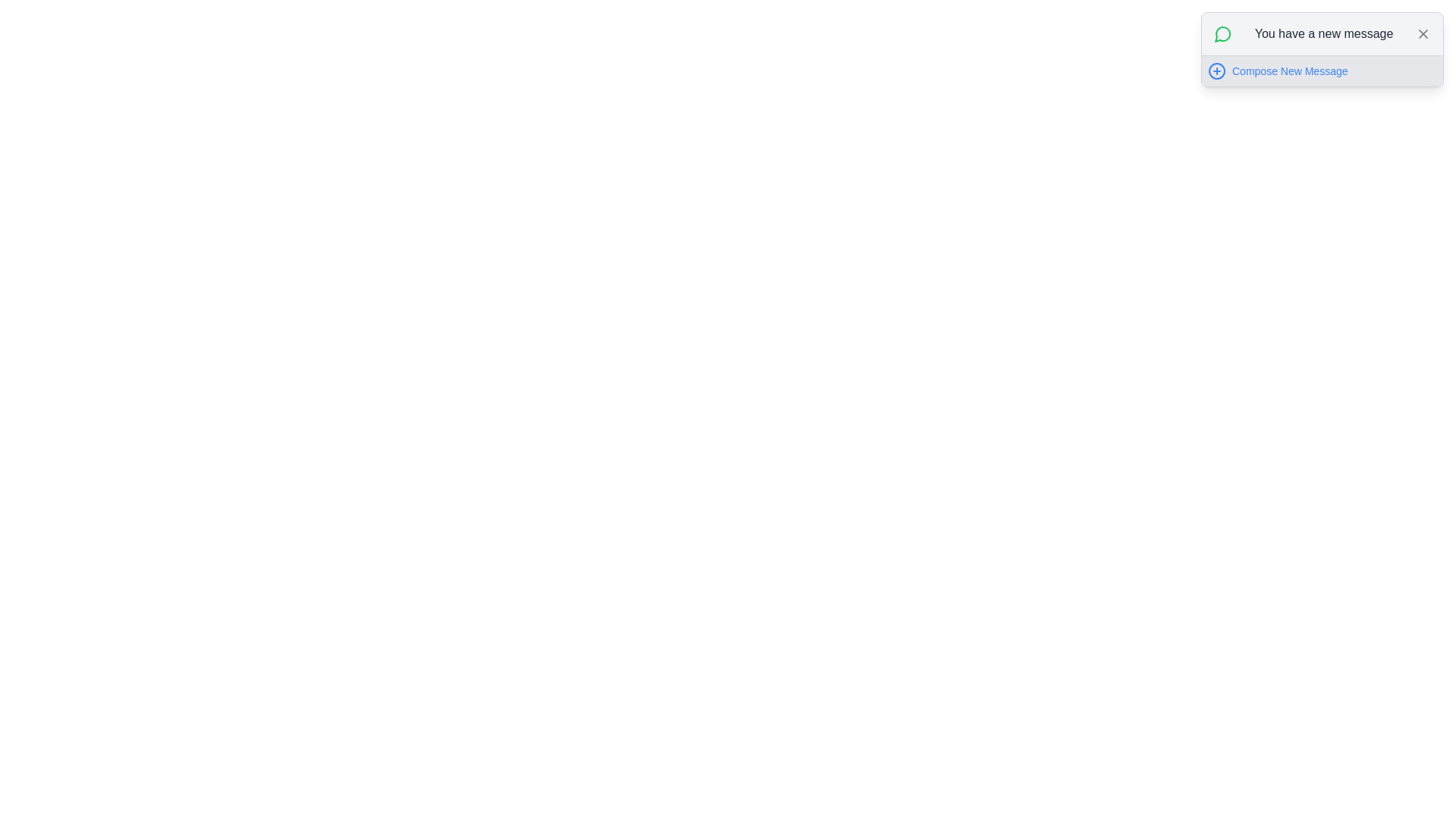 The width and height of the screenshot is (1456, 819). What do you see at coordinates (1216, 71) in the screenshot?
I see `the 'Compose New Message' icon button located to the left of the 'Compose New Message' label` at bounding box center [1216, 71].